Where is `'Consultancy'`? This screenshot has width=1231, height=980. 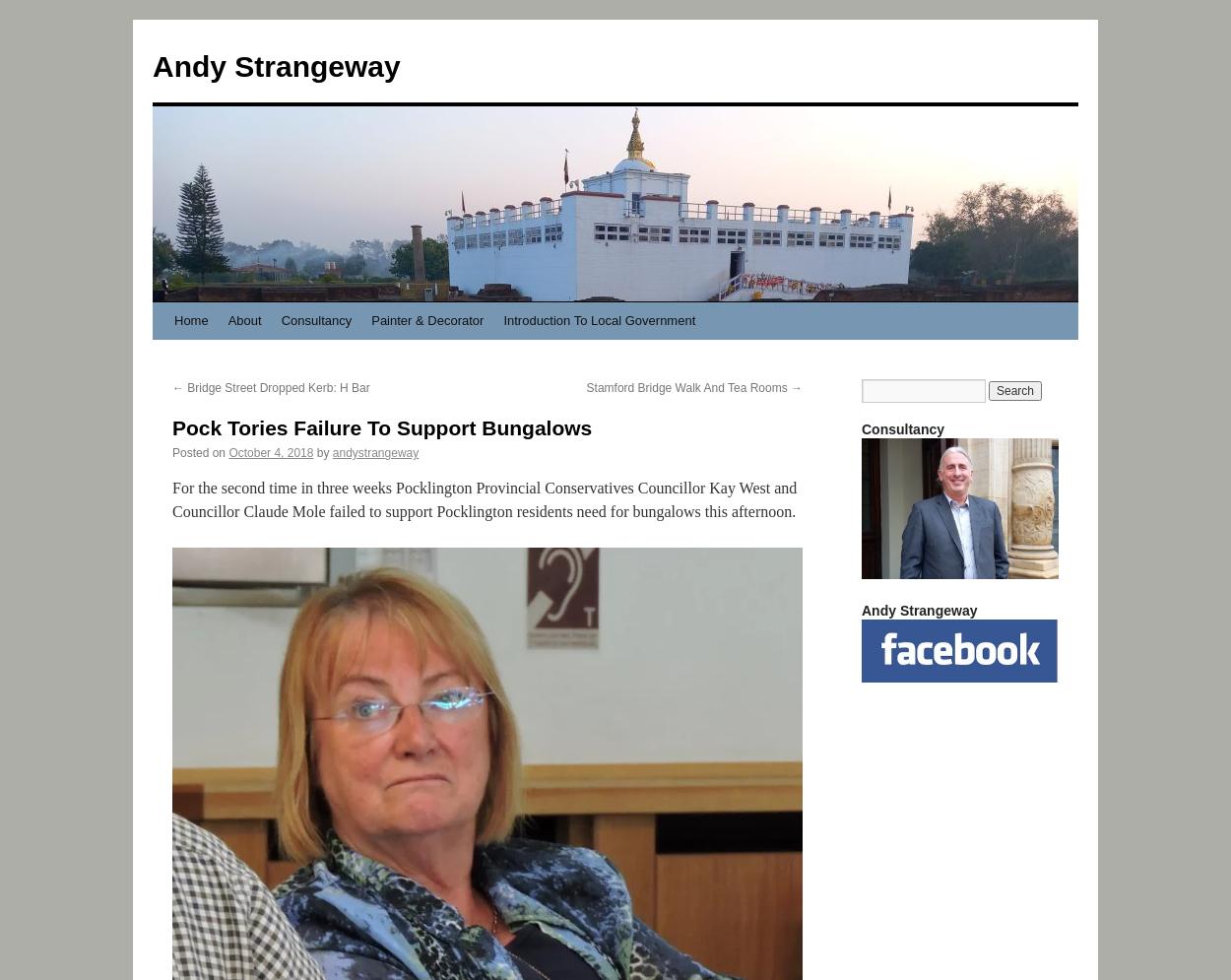
'Consultancy' is located at coordinates (903, 428).